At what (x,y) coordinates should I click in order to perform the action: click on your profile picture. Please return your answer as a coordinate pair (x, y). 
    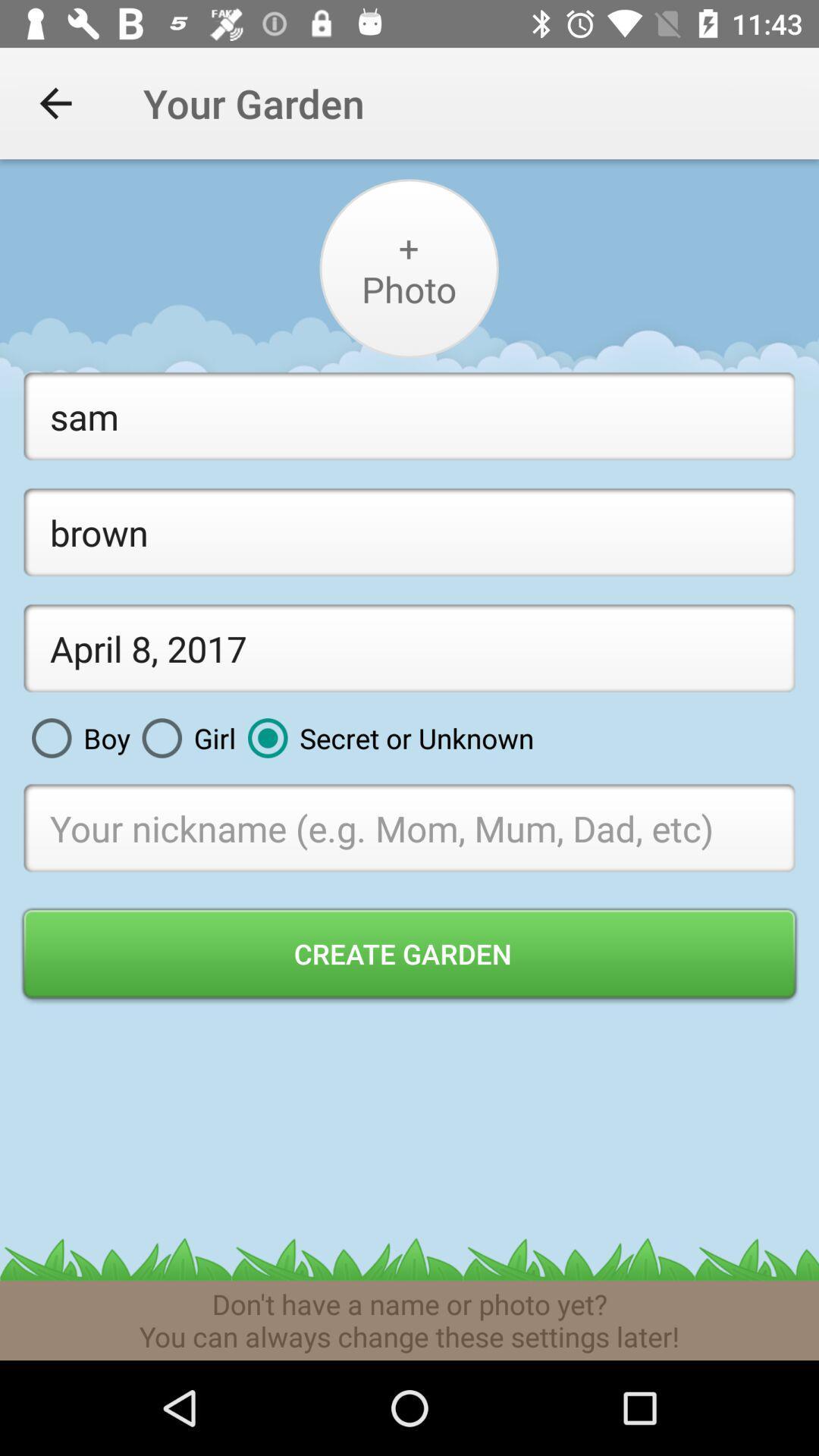
    Looking at the image, I should click on (408, 268).